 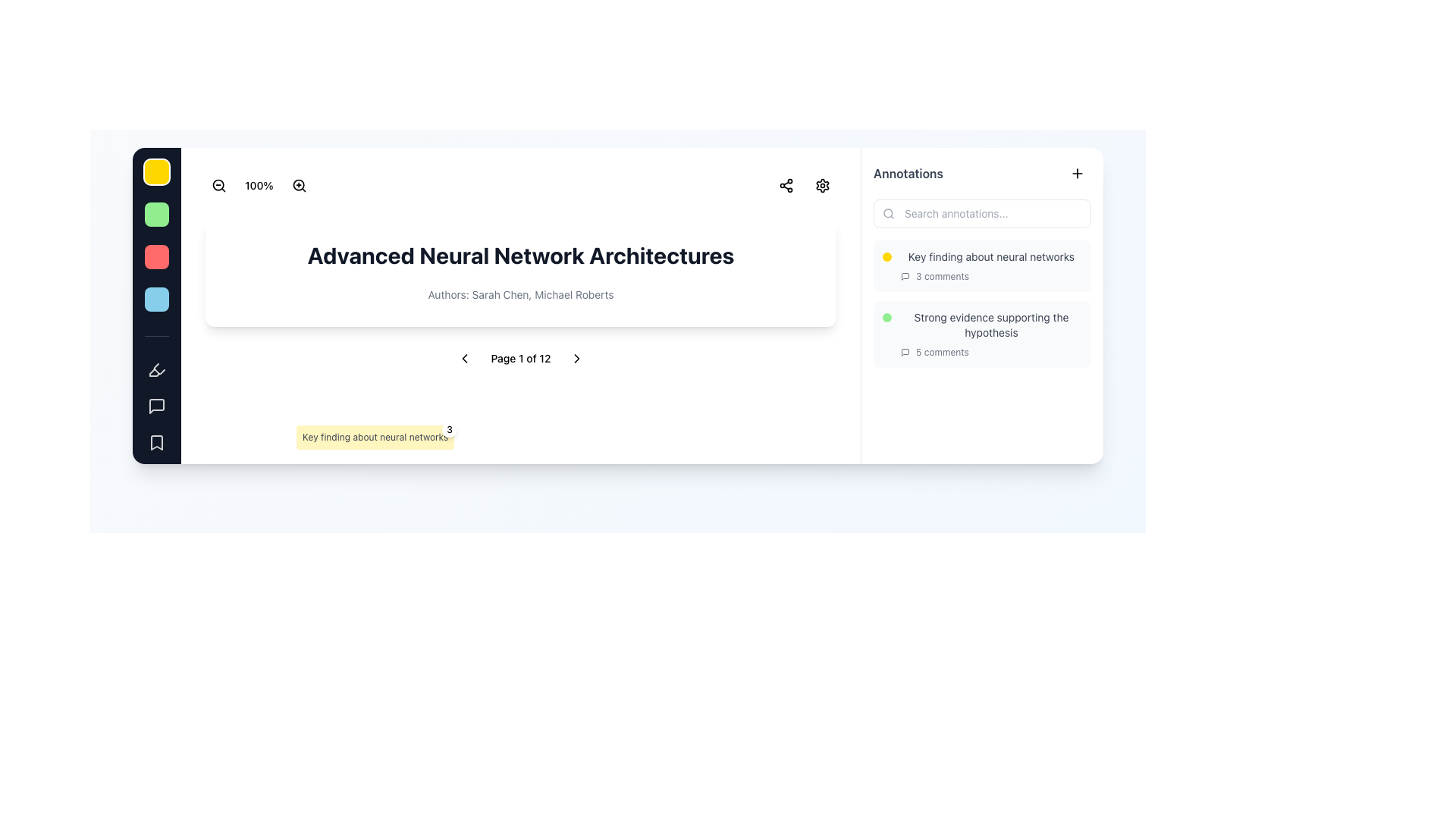 I want to click on the small graphical icon resembling a speech bubble next to the 'Key finding about neural networks' entry, so click(x=905, y=277).